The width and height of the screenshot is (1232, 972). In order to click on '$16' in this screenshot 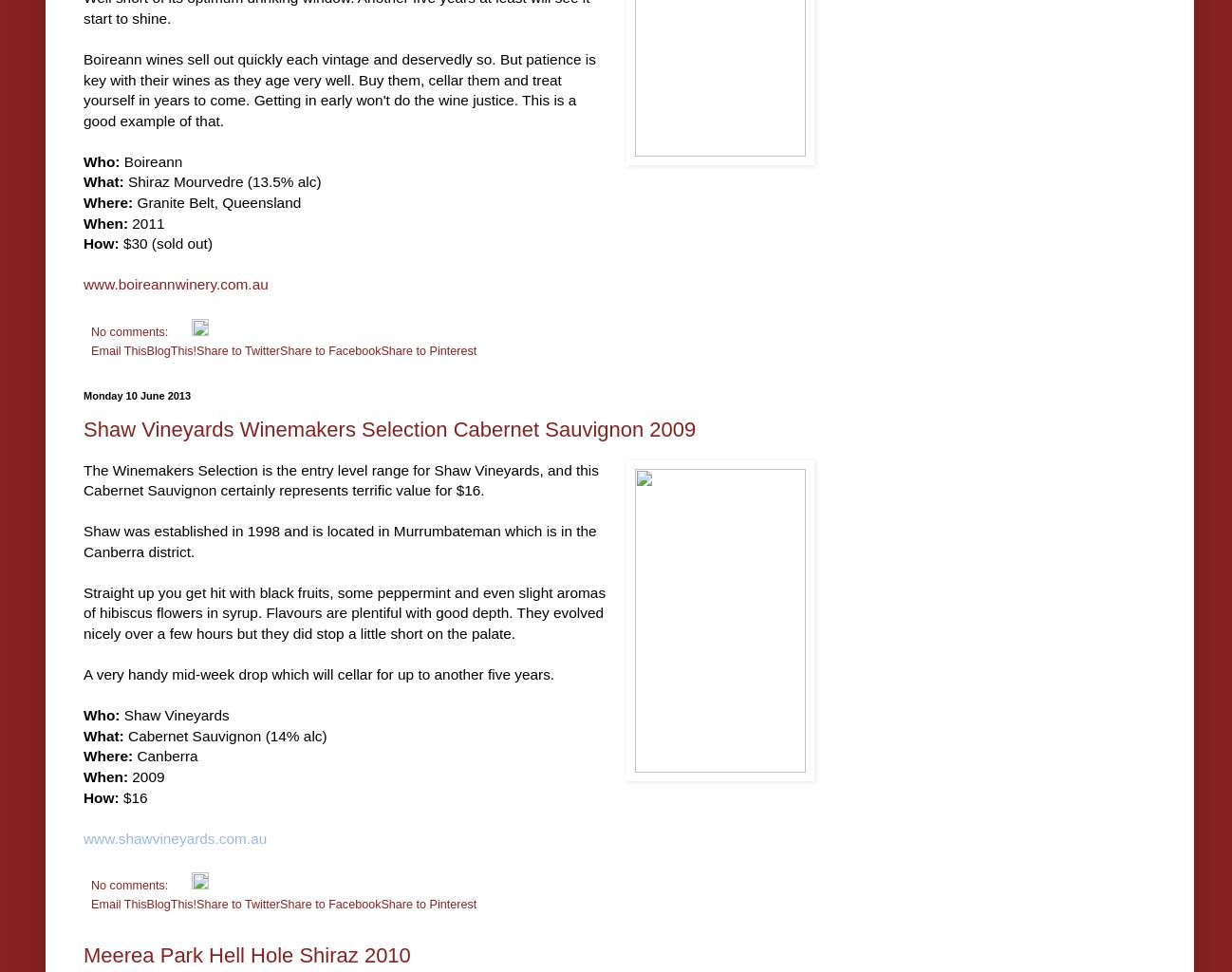, I will do `click(132, 795)`.